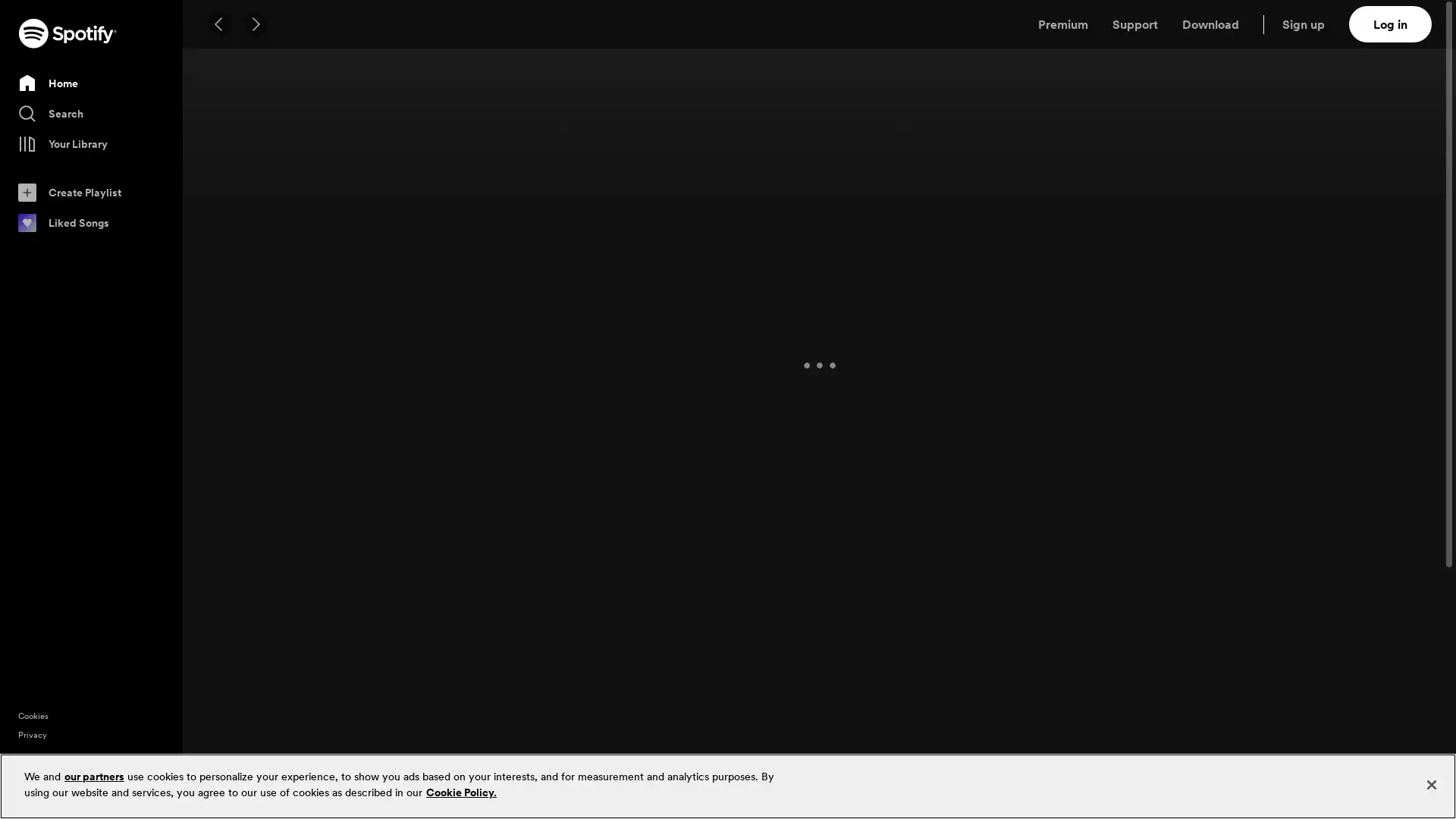 This screenshot has width=1456, height=819. I want to click on Download, so click(1210, 24).